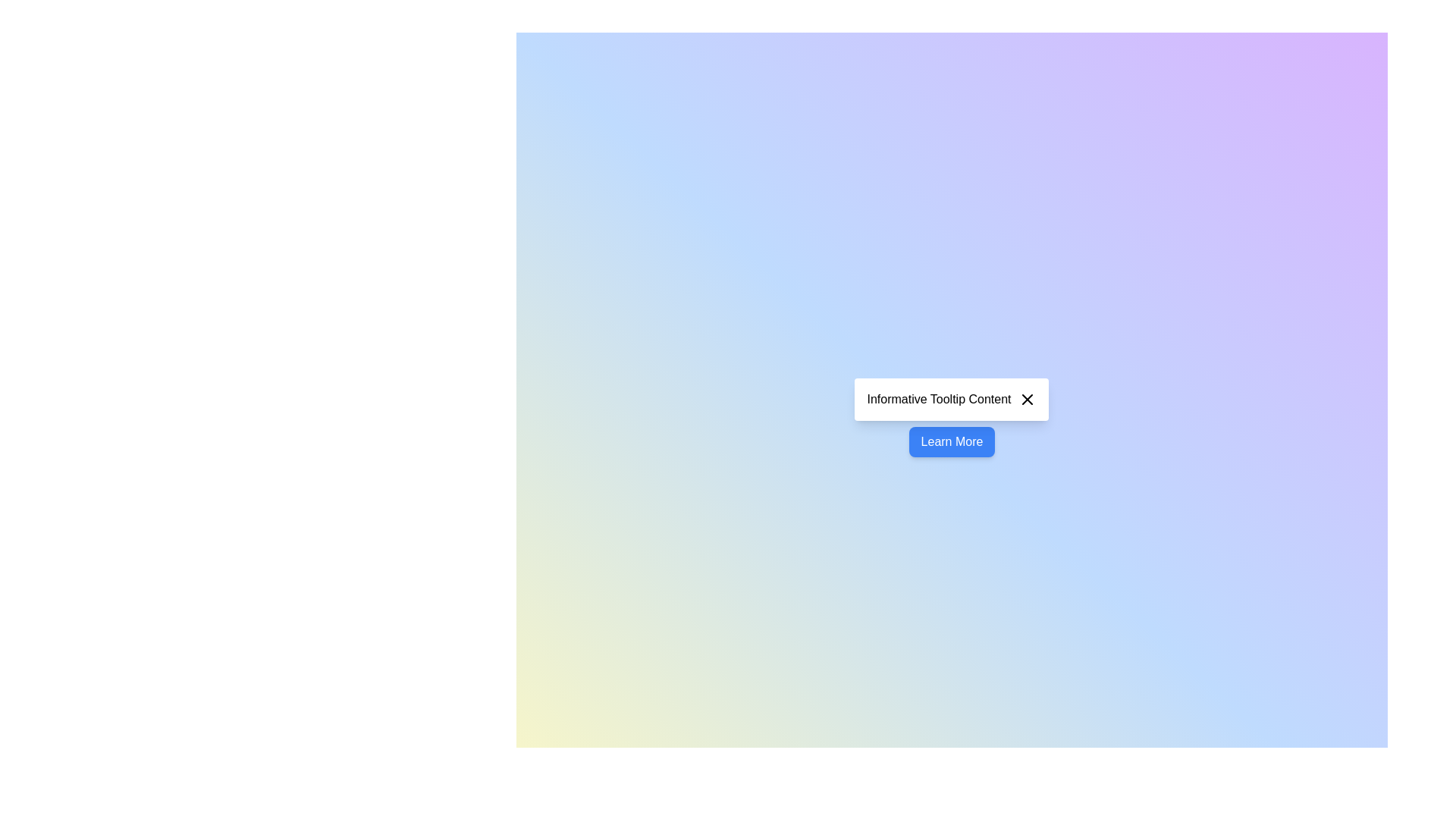  Describe the element at coordinates (938, 399) in the screenshot. I see `the 'Informative Tooltip Content' text display` at that location.